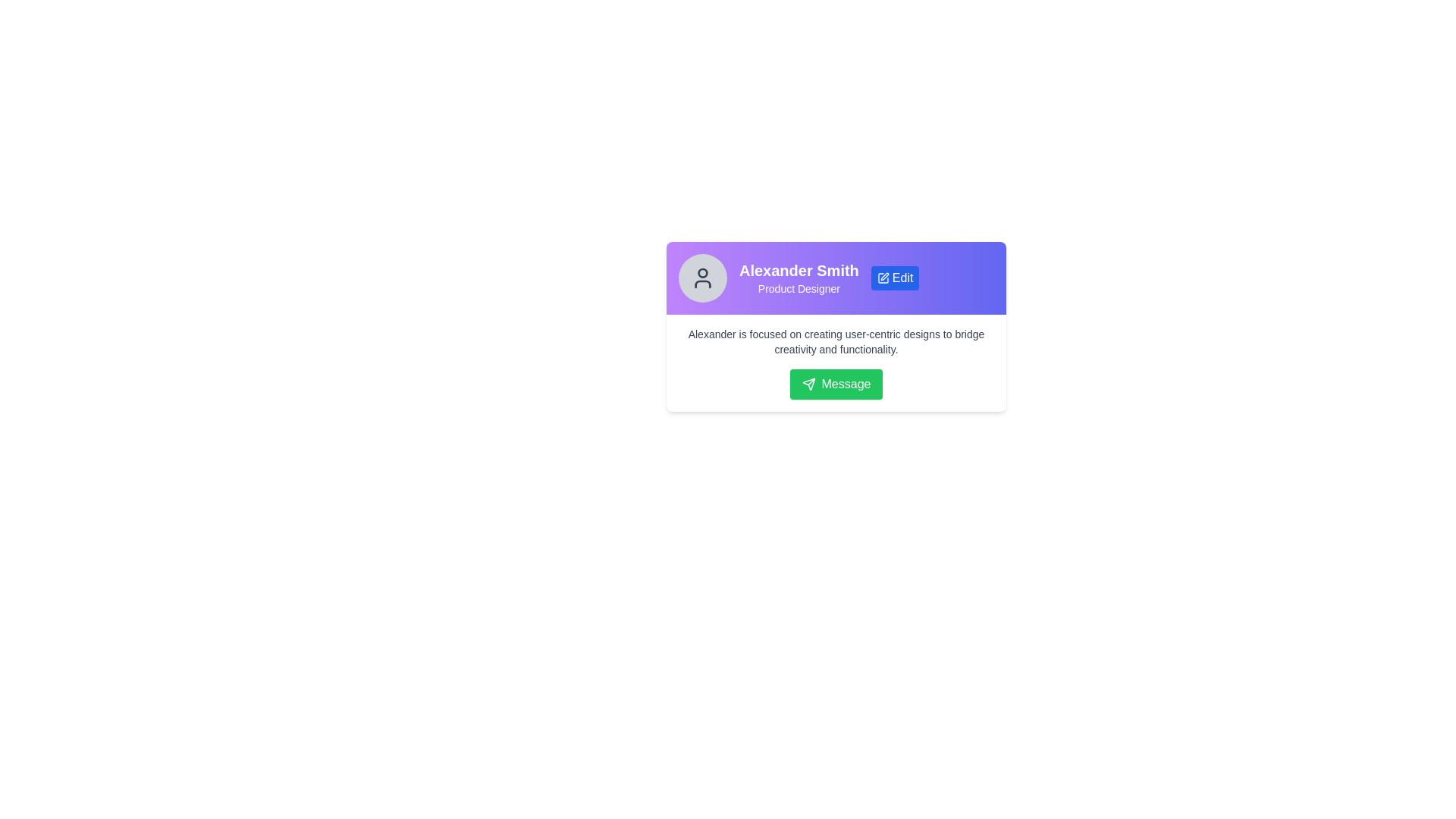  What do you see at coordinates (836, 362) in the screenshot?
I see `the green 'Message' button located below the descriptive text about Alexander's focus on designing user-centric solutions to initiate a messaging action` at bounding box center [836, 362].